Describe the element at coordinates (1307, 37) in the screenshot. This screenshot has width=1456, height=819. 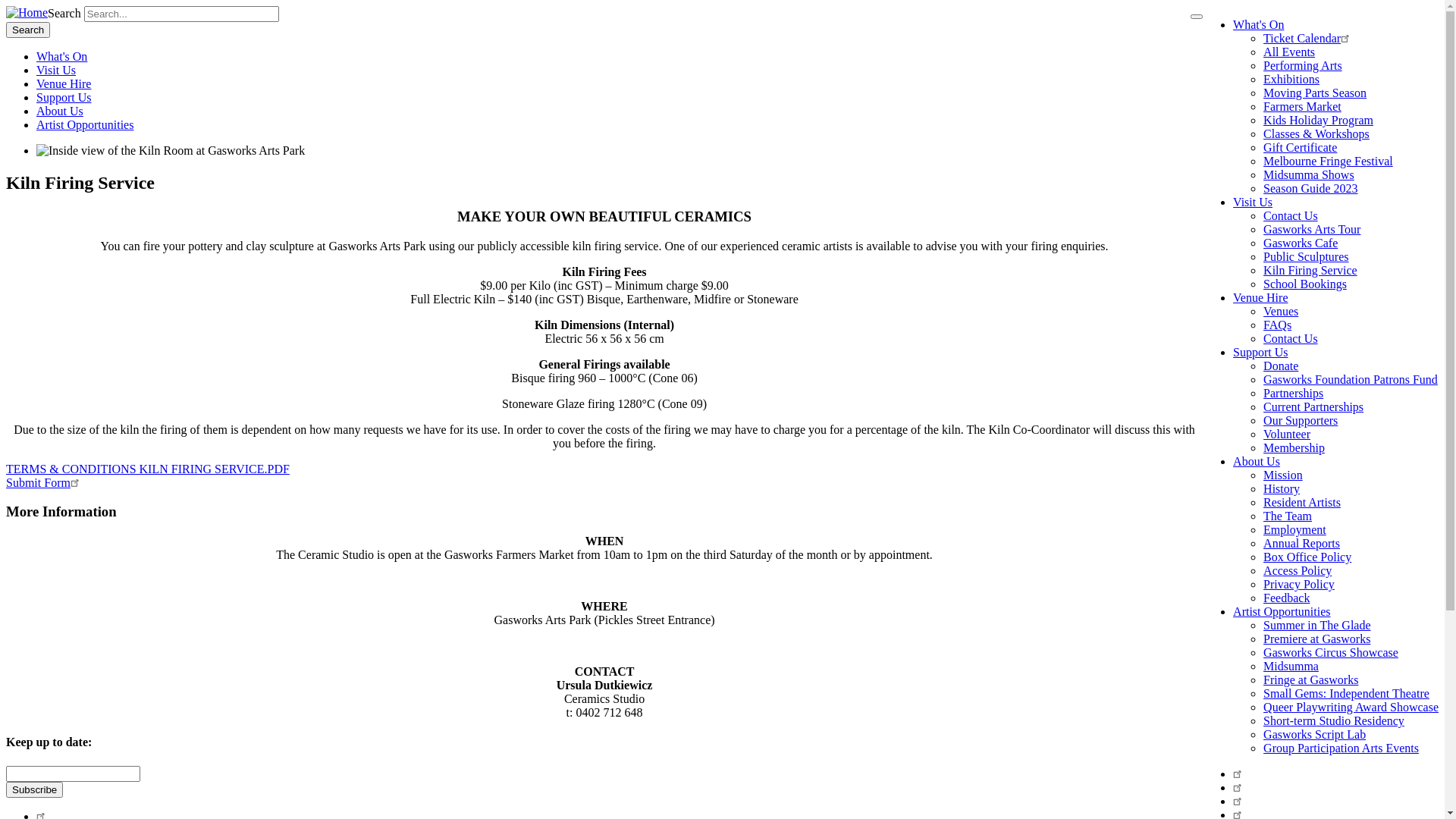
I see `'Ticket Calendar(link is external)'` at that location.